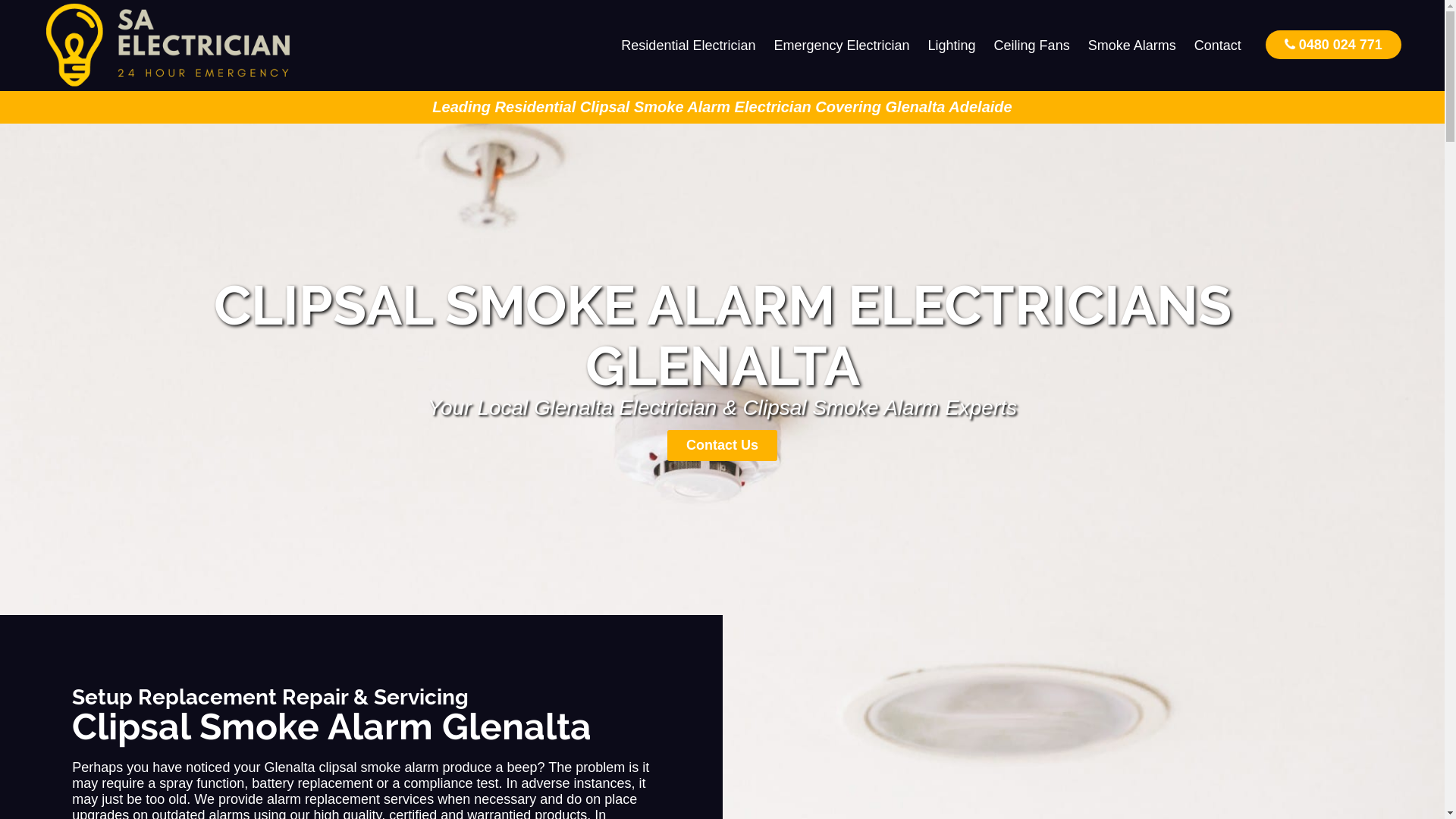  What do you see at coordinates (1266, 43) in the screenshot?
I see `'0480 024 771'` at bounding box center [1266, 43].